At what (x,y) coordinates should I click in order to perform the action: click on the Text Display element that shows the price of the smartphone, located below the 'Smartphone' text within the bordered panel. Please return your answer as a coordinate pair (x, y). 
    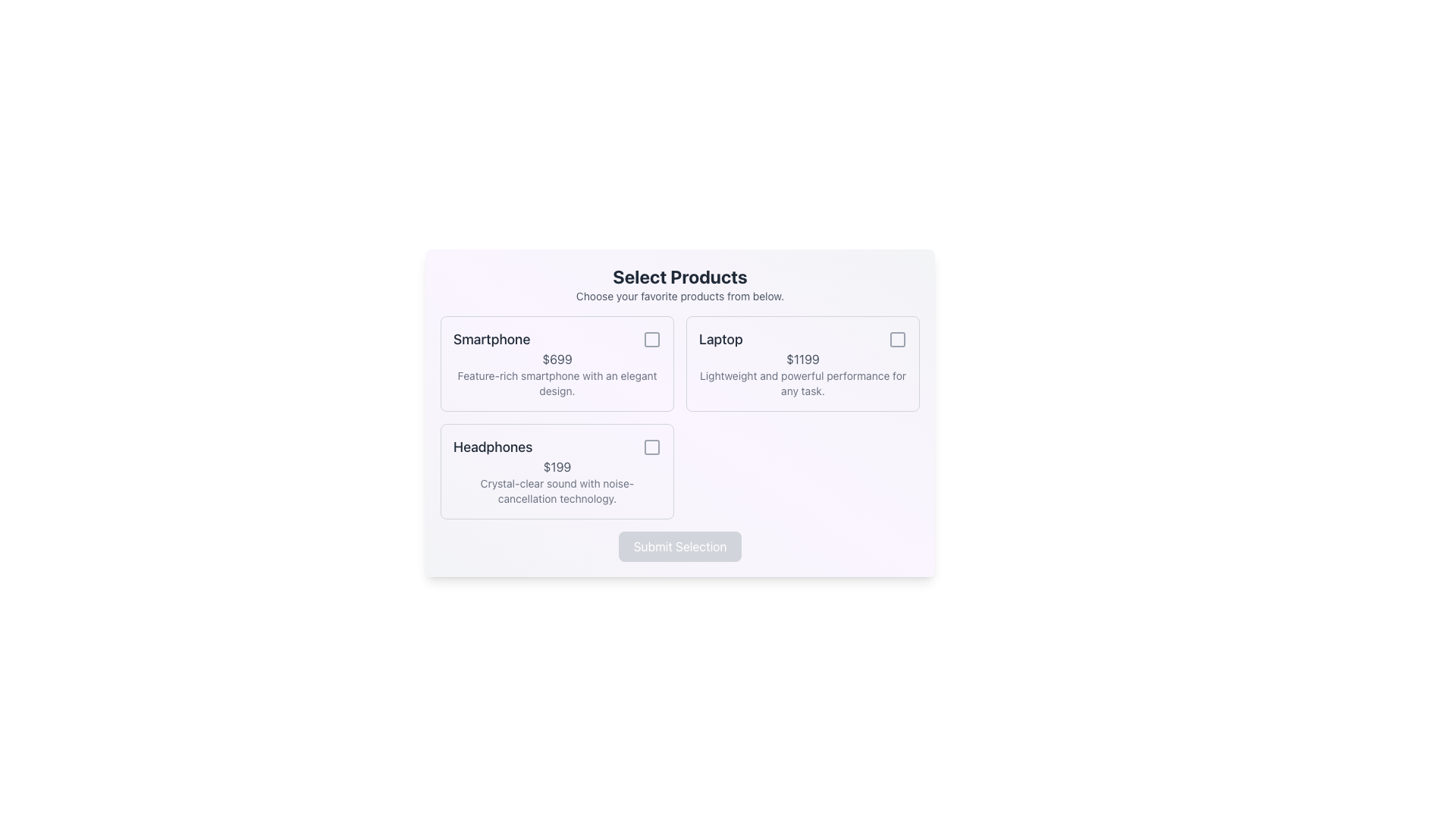
    Looking at the image, I should click on (556, 359).